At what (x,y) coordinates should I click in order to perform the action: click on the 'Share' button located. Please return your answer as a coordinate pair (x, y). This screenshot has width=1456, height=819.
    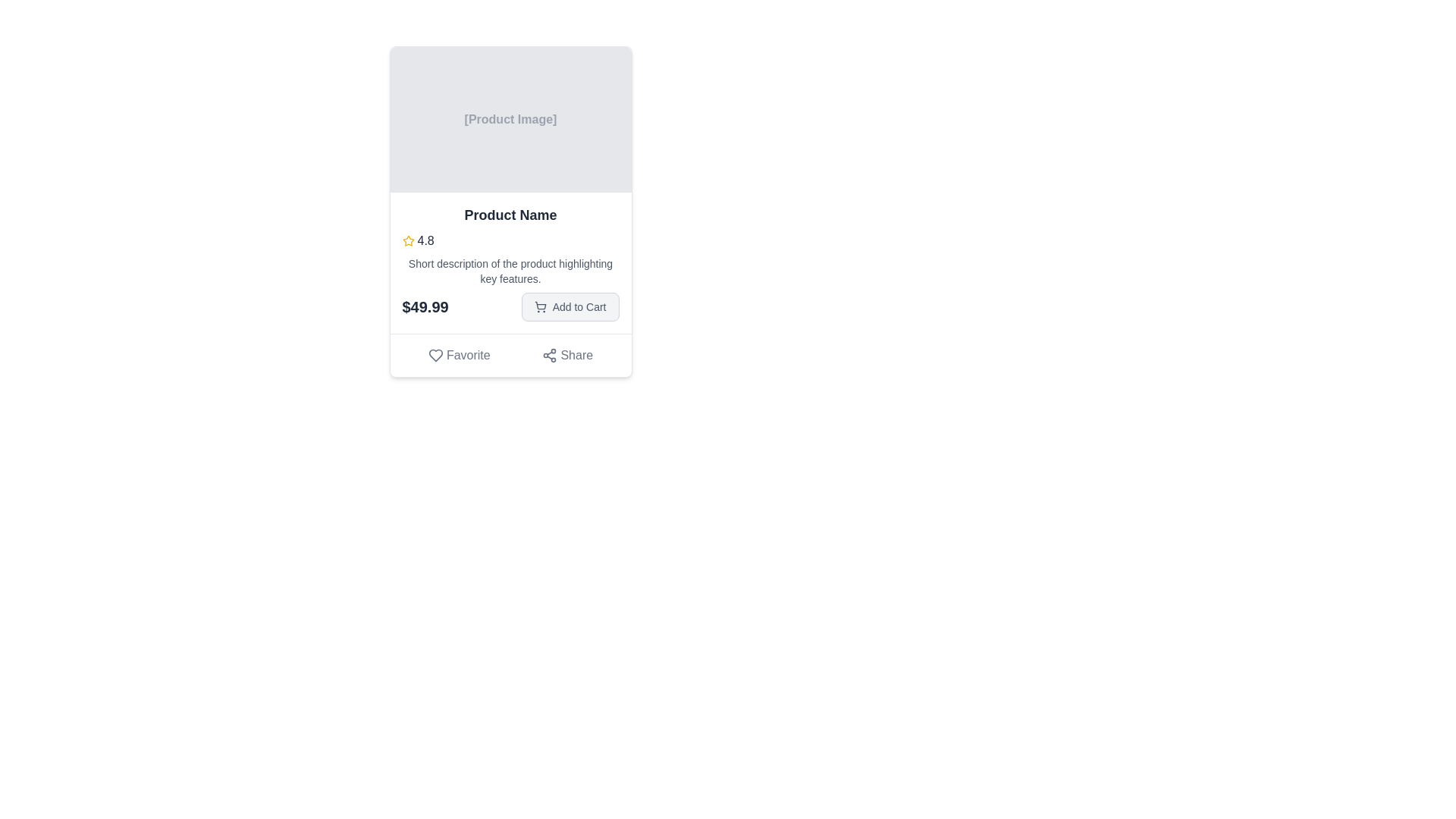
    Looking at the image, I should click on (566, 356).